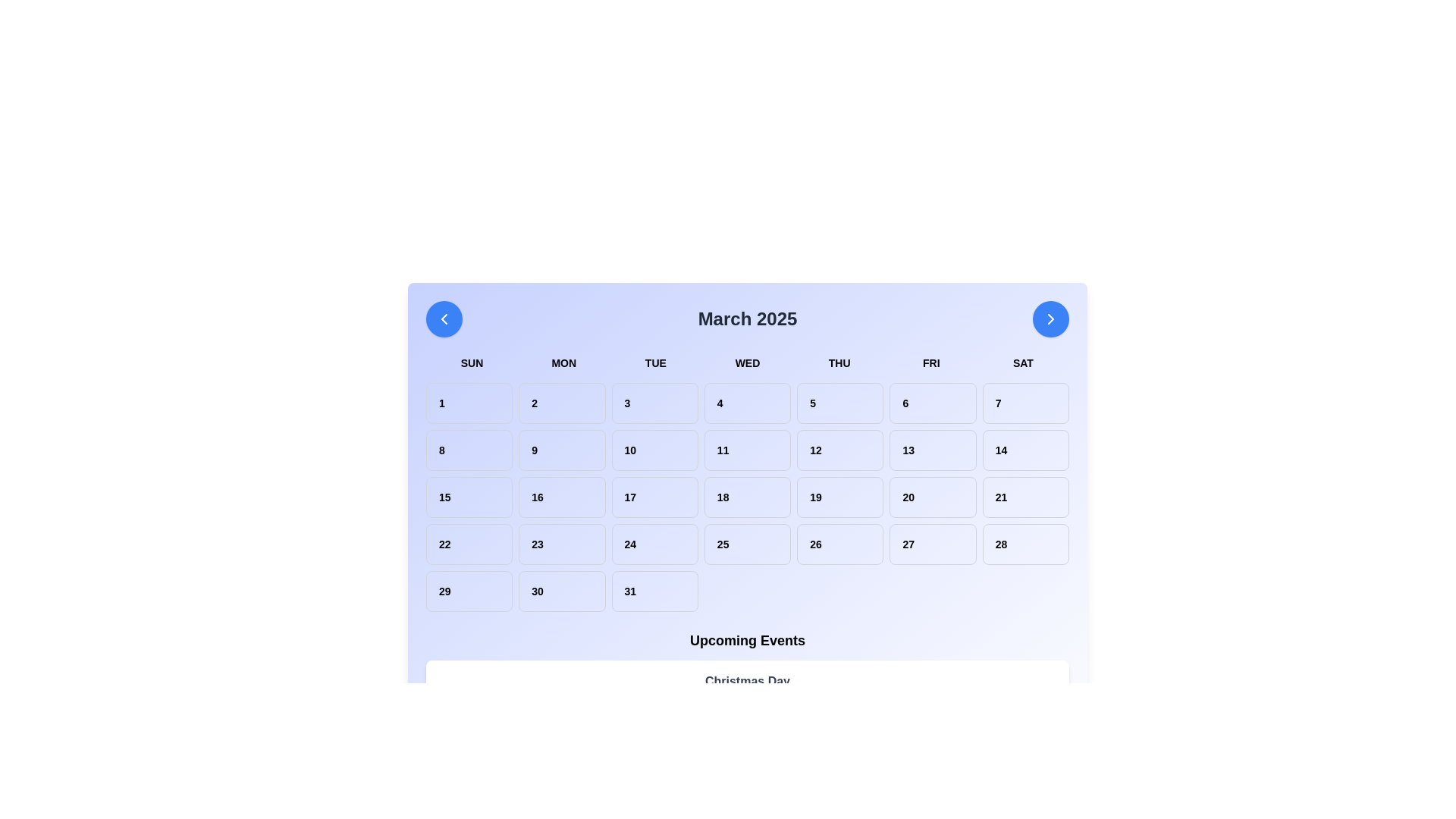  Describe the element at coordinates (1023, 362) in the screenshot. I see `text label 'Sat' which is displayed in bold uppercase letters at the top of the calendar interface, positioned as the seventh element in the row of days` at that location.